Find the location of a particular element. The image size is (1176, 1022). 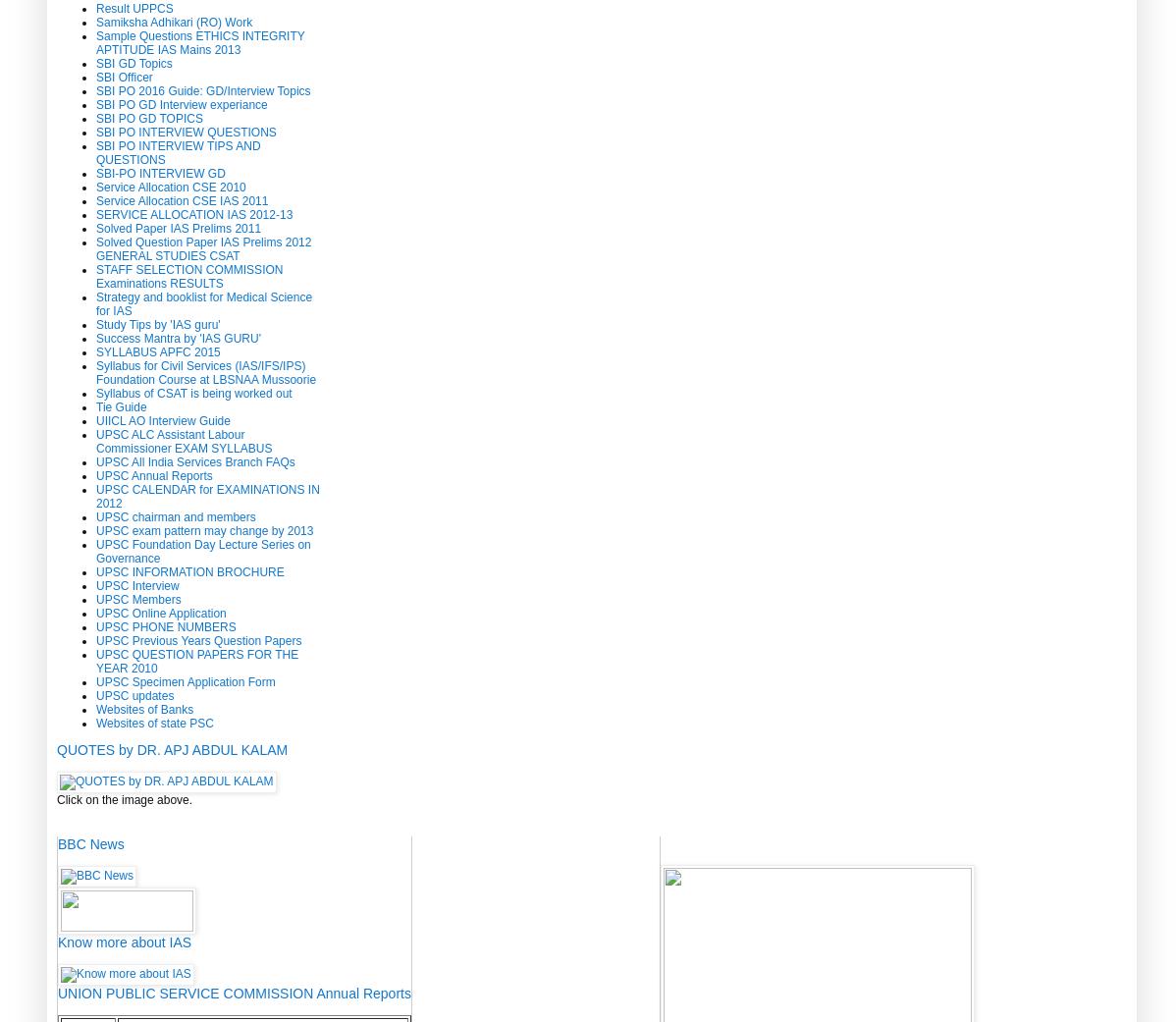

'Service Allocation CSE 2010' is located at coordinates (95, 186).